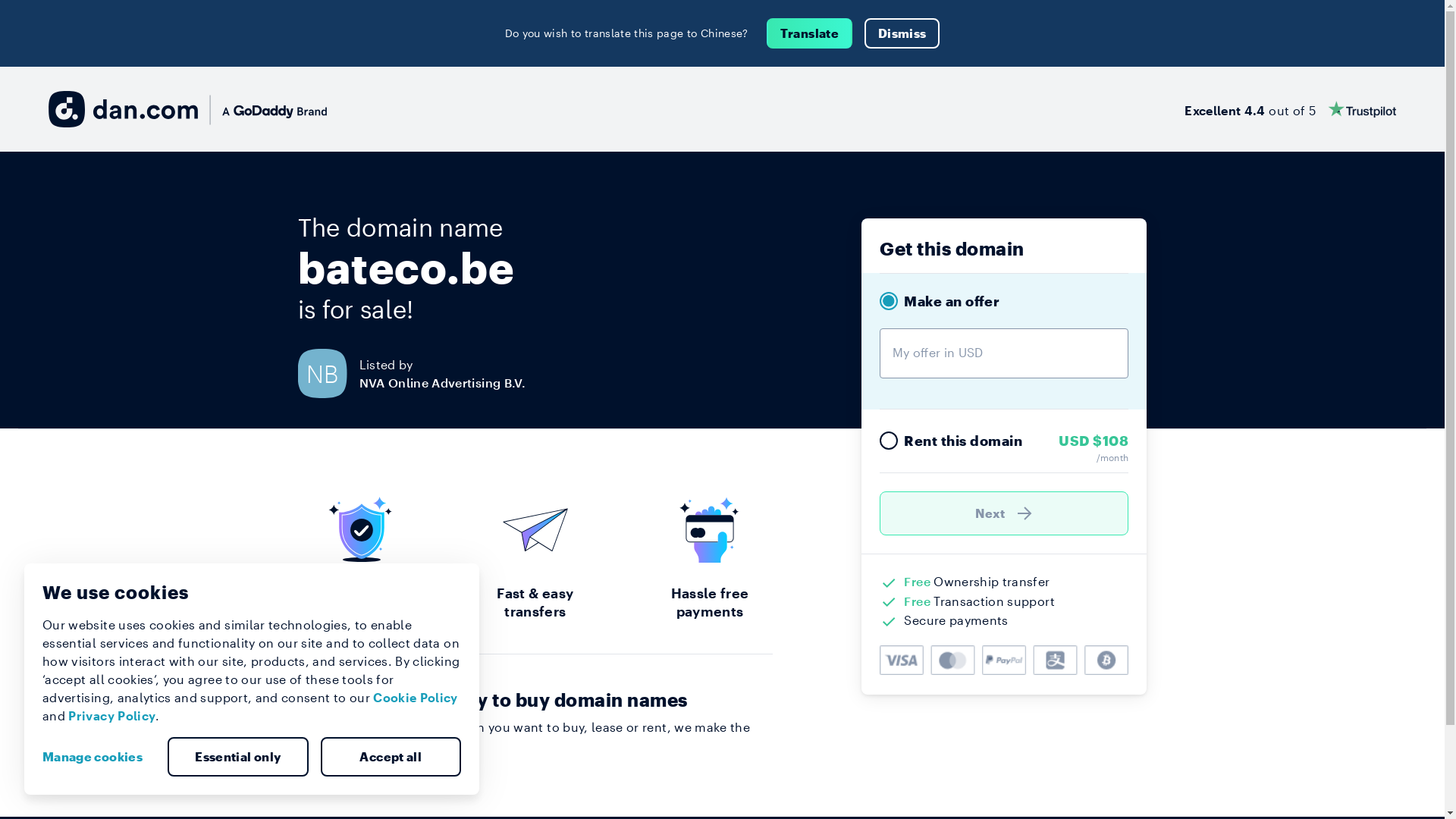 This screenshot has height=819, width=1456. I want to click on 'Next, so click(1004, 513).